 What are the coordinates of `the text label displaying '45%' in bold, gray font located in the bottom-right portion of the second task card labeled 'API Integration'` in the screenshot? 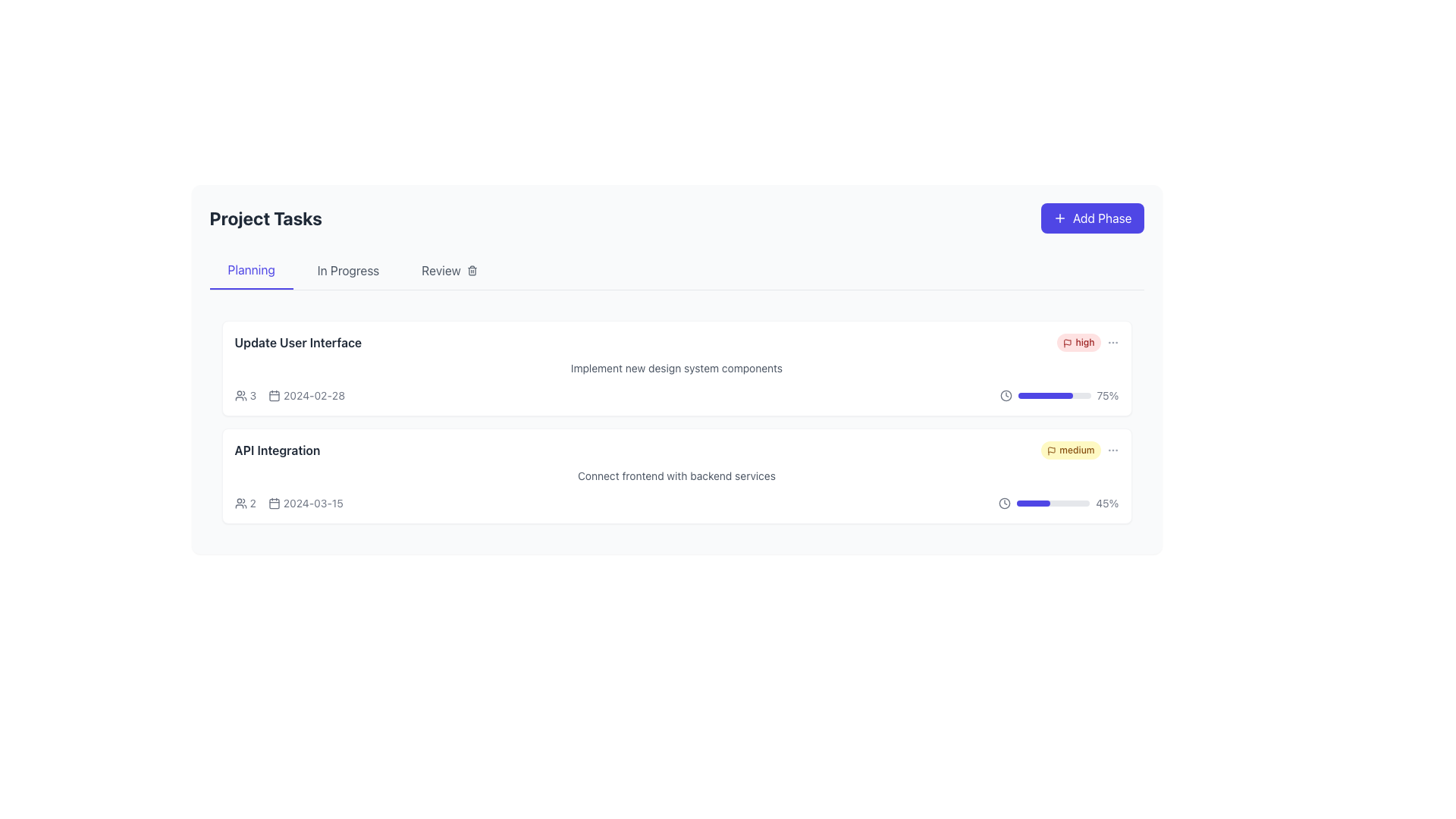 It's located at (1107, 503).